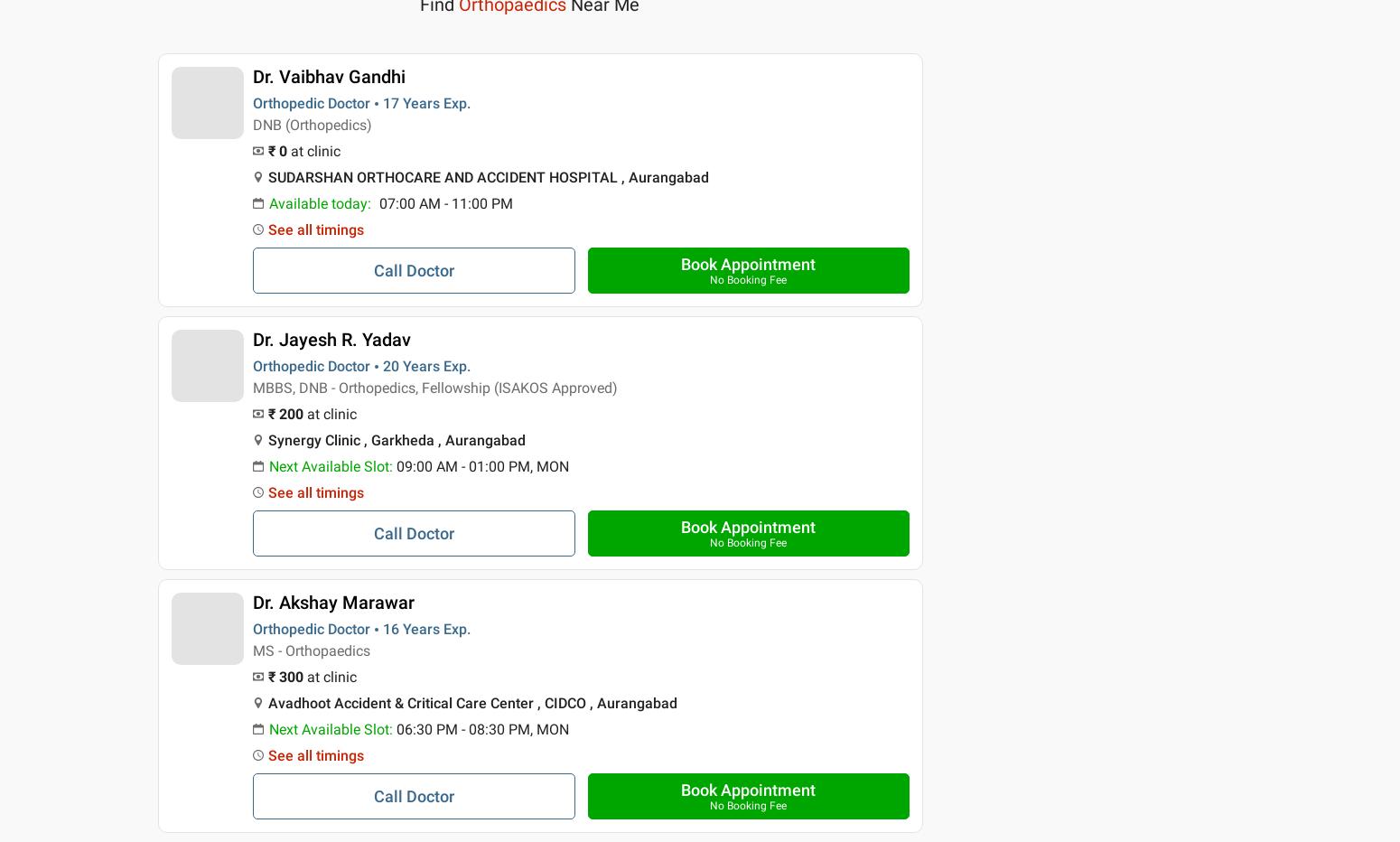 This screenshot has width=1400, height=842. I want to click on '₹ 300', so click(285, 676).